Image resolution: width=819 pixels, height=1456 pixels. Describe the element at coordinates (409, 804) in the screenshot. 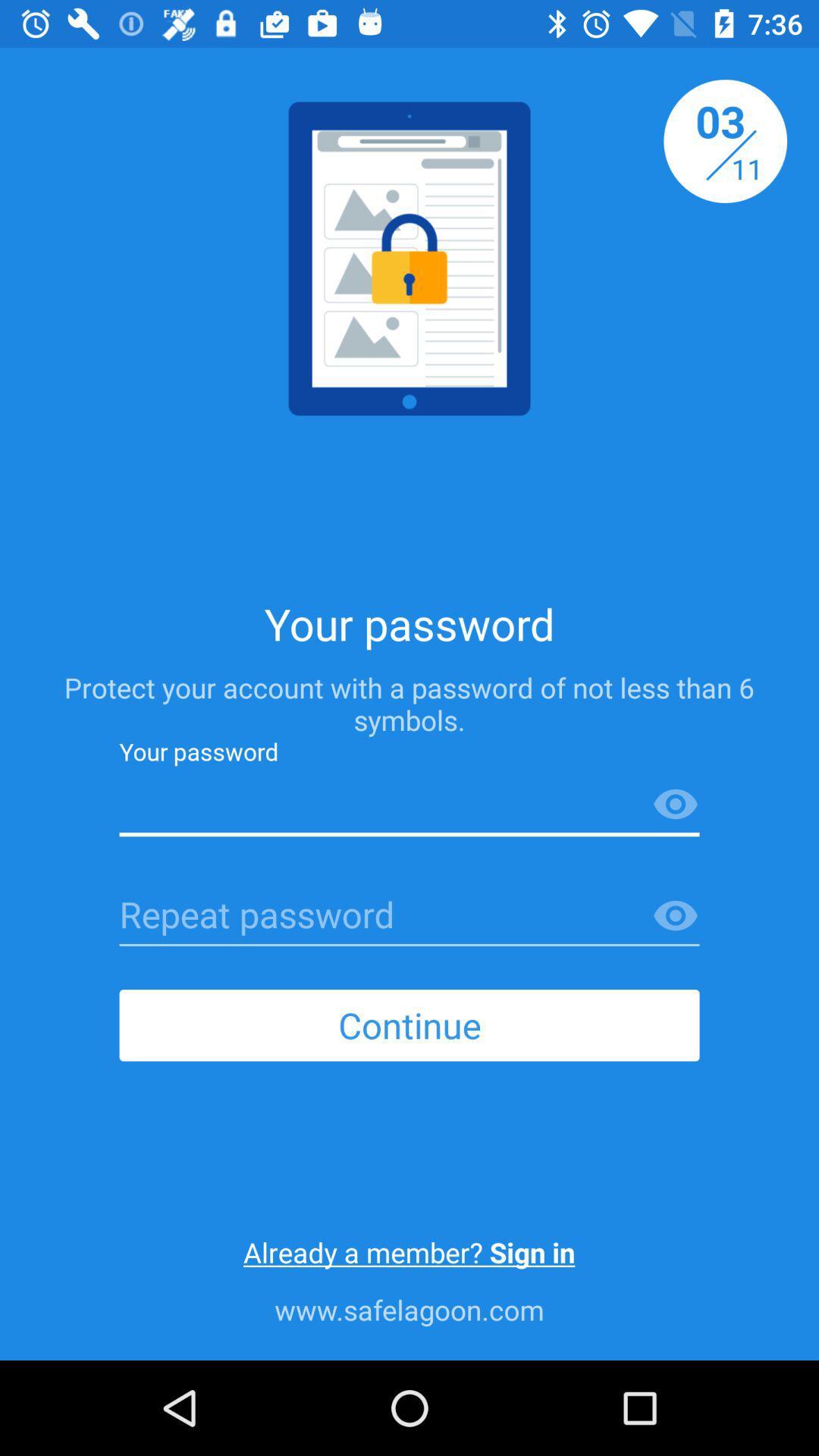

I see `type your password` at that location.